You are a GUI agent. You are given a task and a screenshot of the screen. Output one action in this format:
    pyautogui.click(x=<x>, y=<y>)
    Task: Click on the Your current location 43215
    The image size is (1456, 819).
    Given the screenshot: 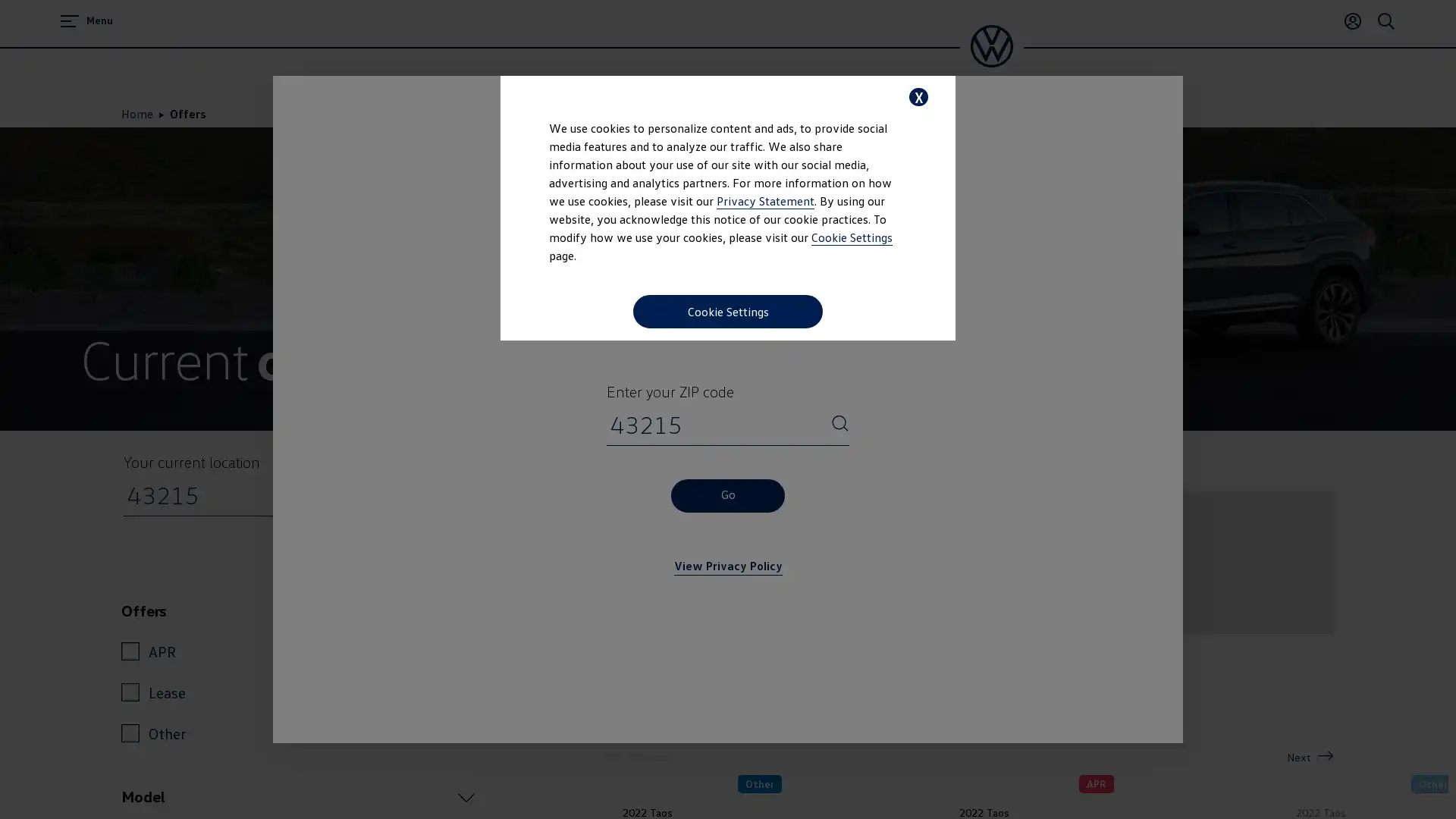 What is the action you would take?
    pyautogui.click(x=463, y=494)
    